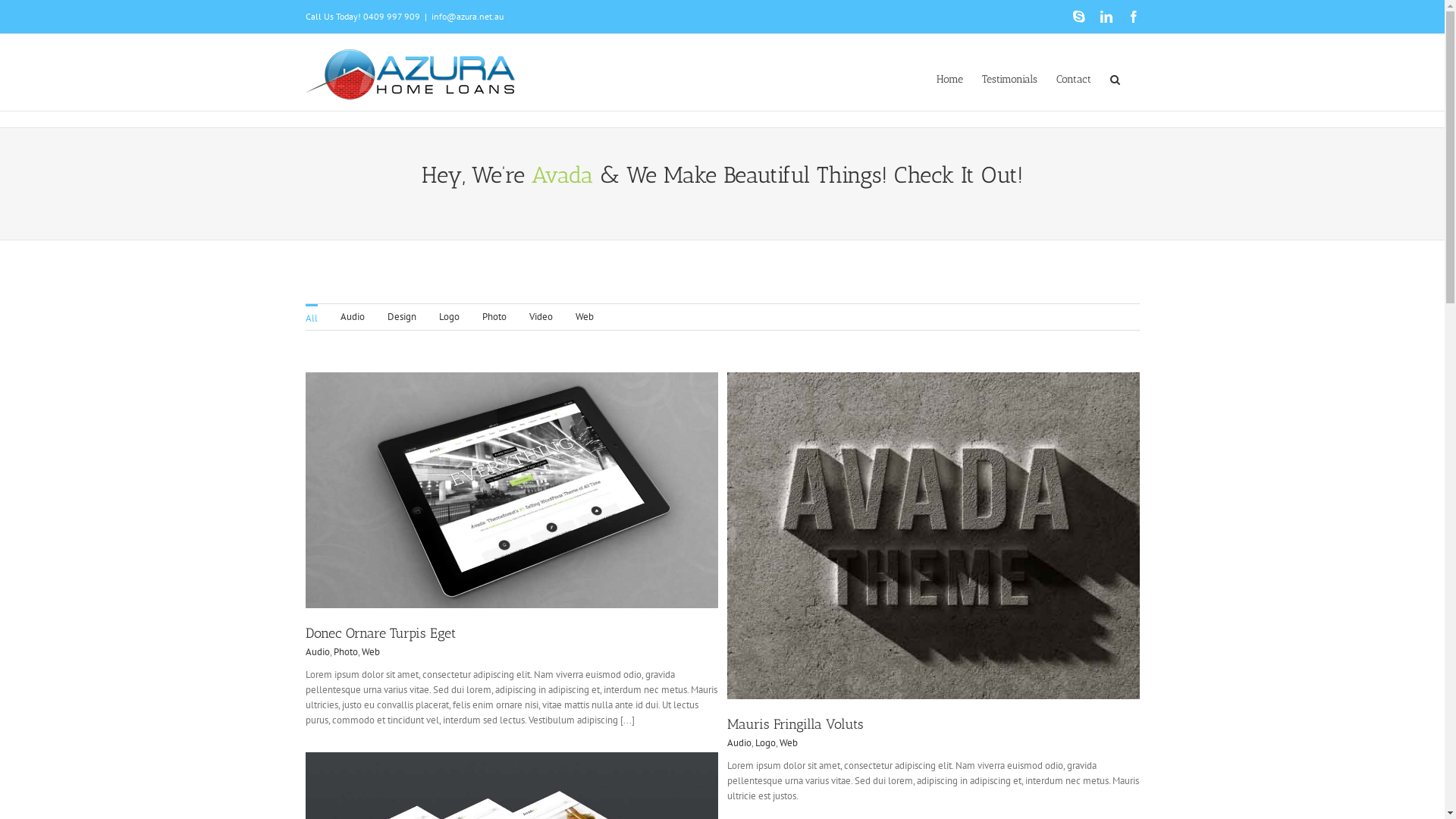 Image resolution: width=1456 pixels, height=819 pixels. Describe the element at coordinates (1009, 78) in the screenshot. I see `'Testimonials'` at that location.